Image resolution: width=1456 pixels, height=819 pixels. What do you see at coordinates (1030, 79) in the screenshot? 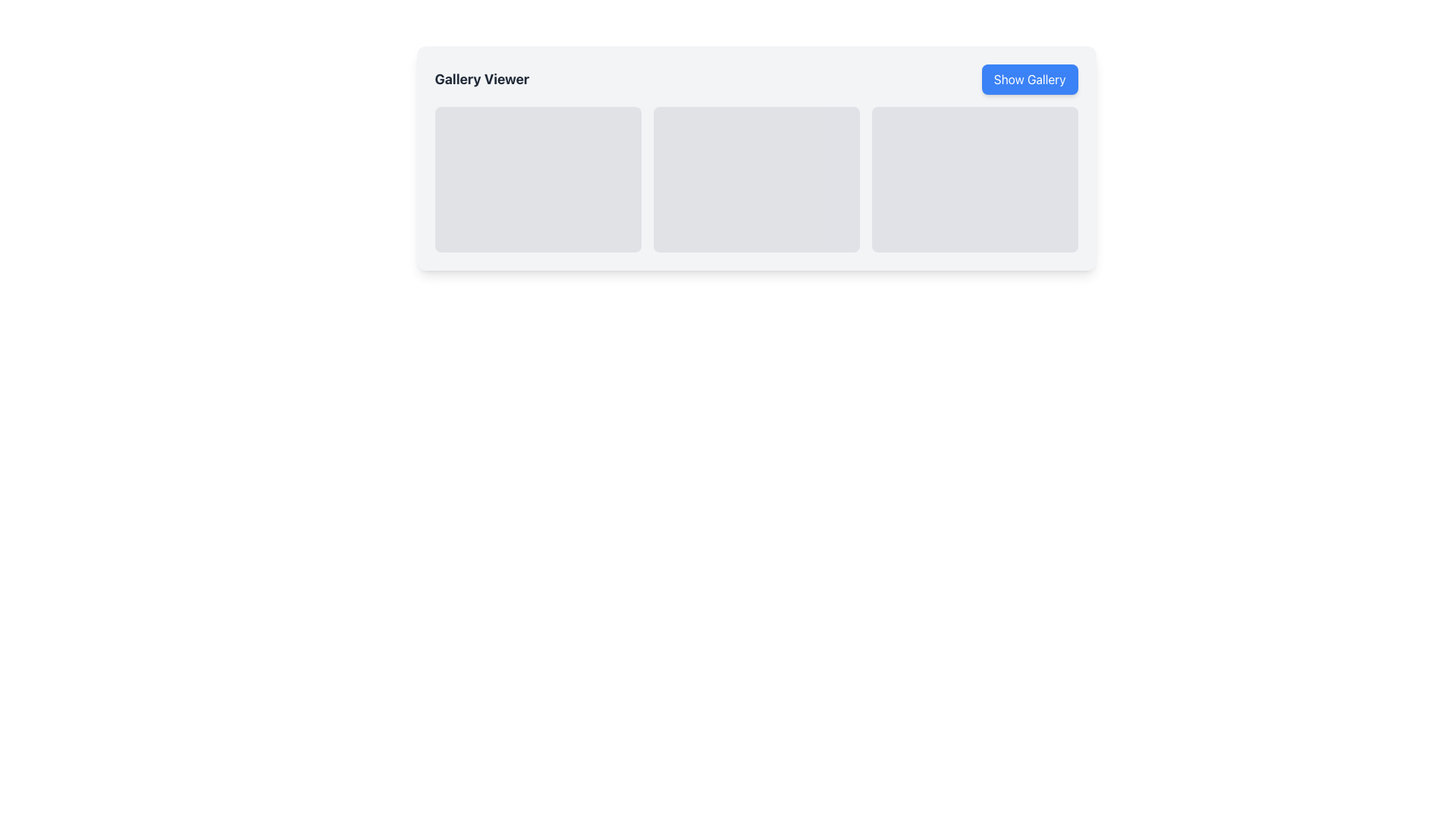
I see `the rectangular button with a blue background and white text reading 'Show Gallery' for keyboard interaction` at bounding box center [1030, 79].